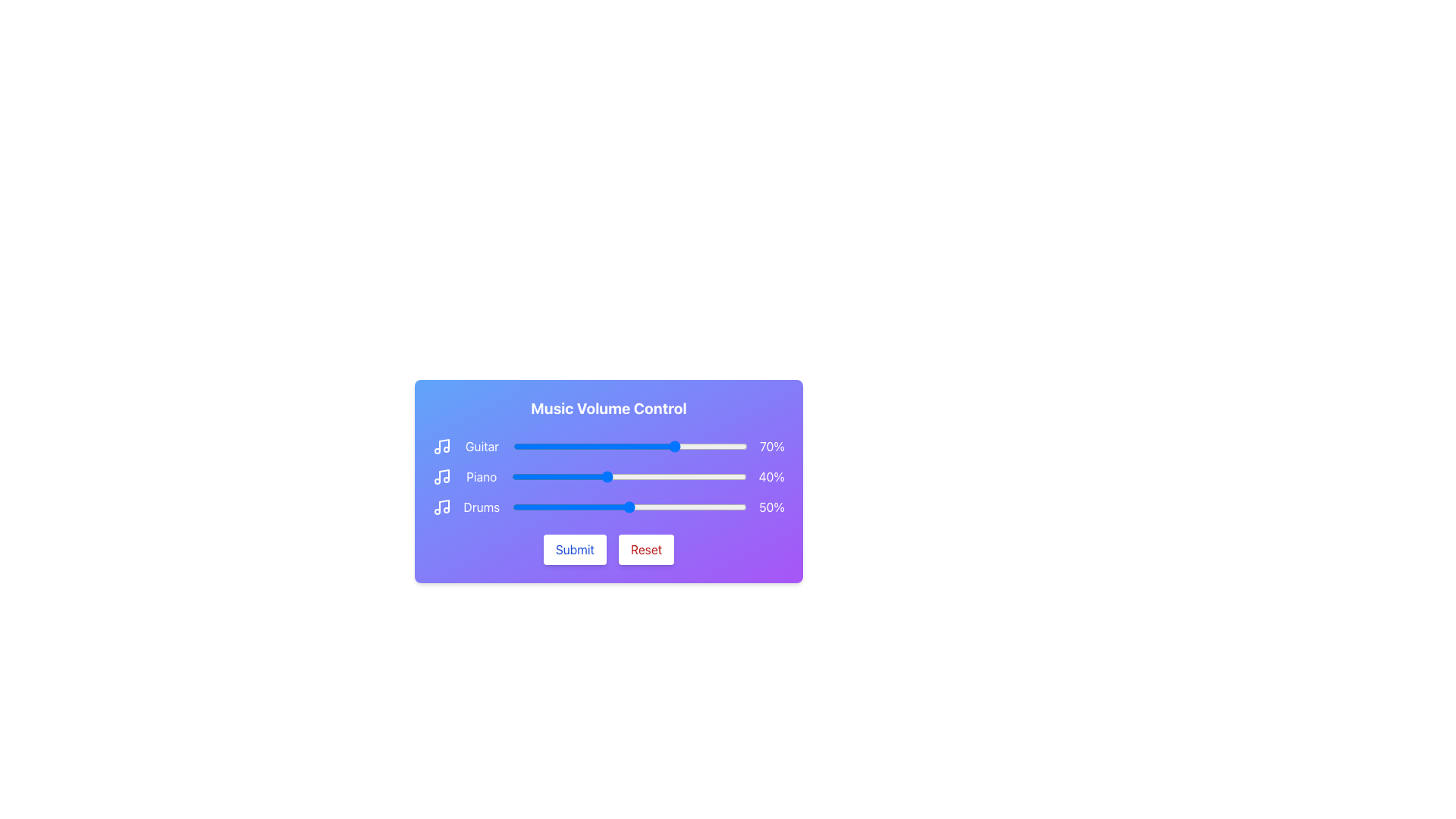 This screenshot has height=819, width=1456. What do you see at coordinates (646, 550) in the screenshot?
I see `the 'Reset' button, which is a rectangular button labeled in red text with a white background, styled with rounded corners and a subtle shadow, to change its background color` at bounding box center [646, 550].